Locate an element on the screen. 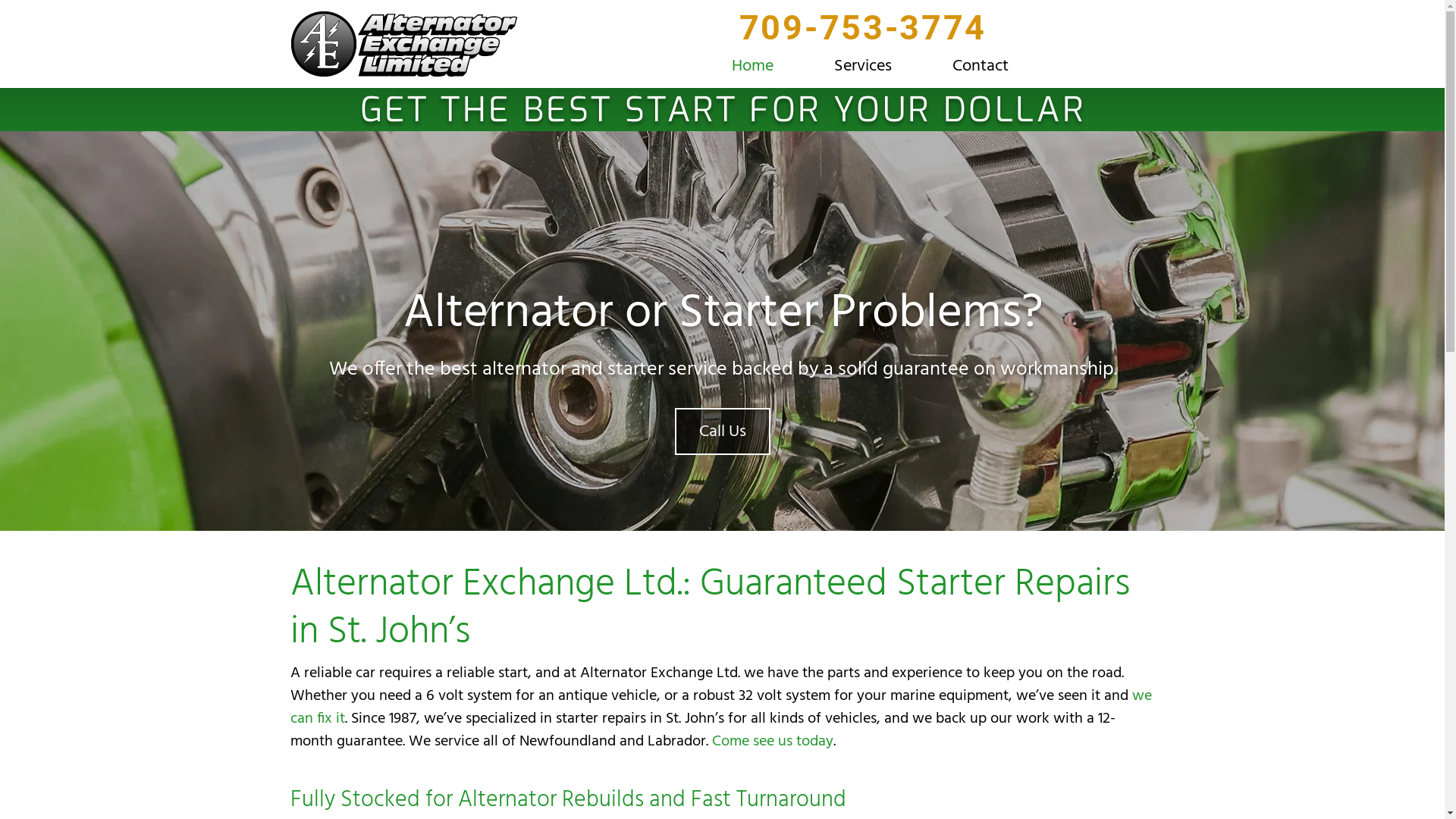 The width and height of the screenshot is (1456, 819). 'Contact' is located at coordinates (921, 61).